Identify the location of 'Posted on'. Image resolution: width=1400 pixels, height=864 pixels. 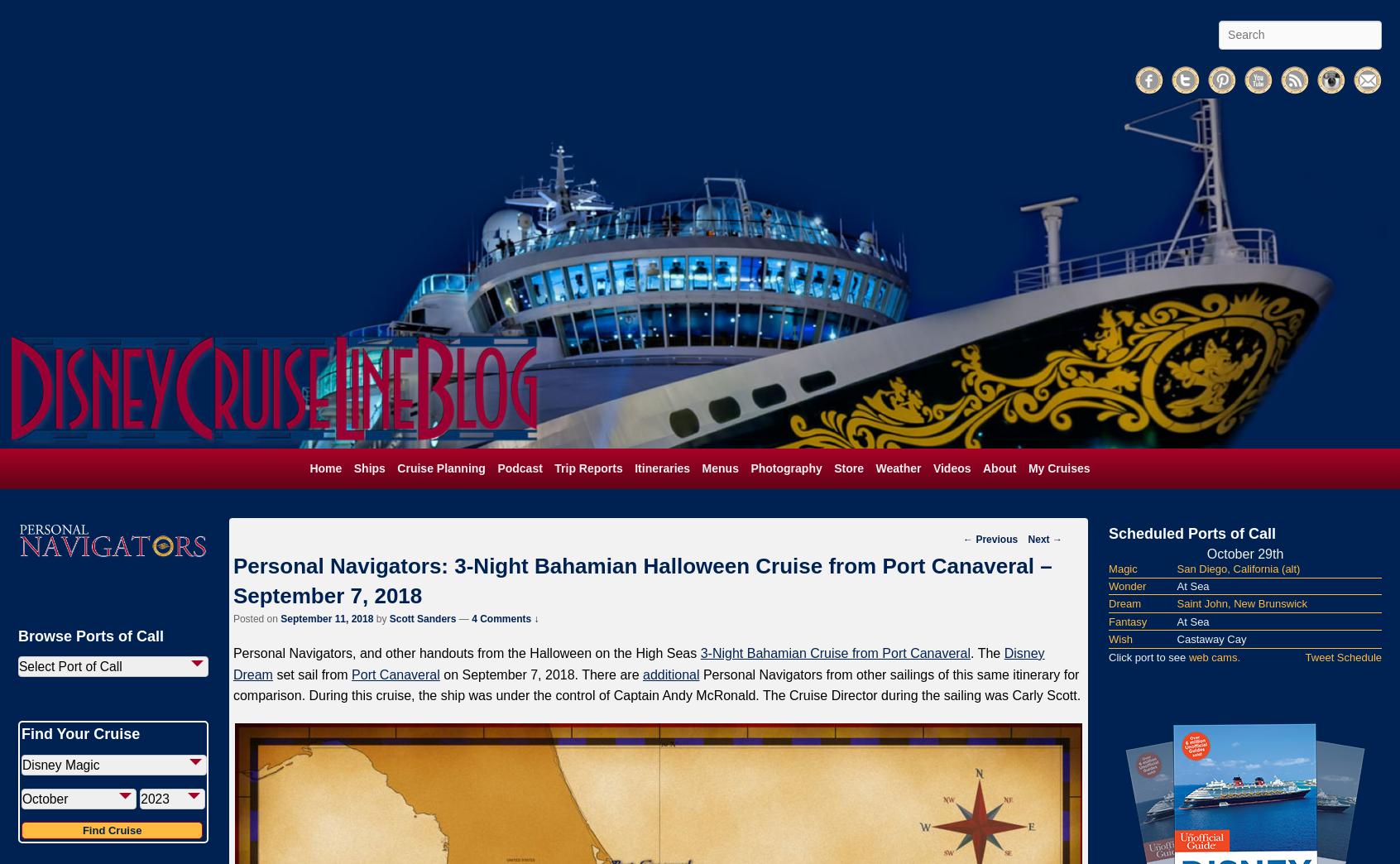
(255, 617).